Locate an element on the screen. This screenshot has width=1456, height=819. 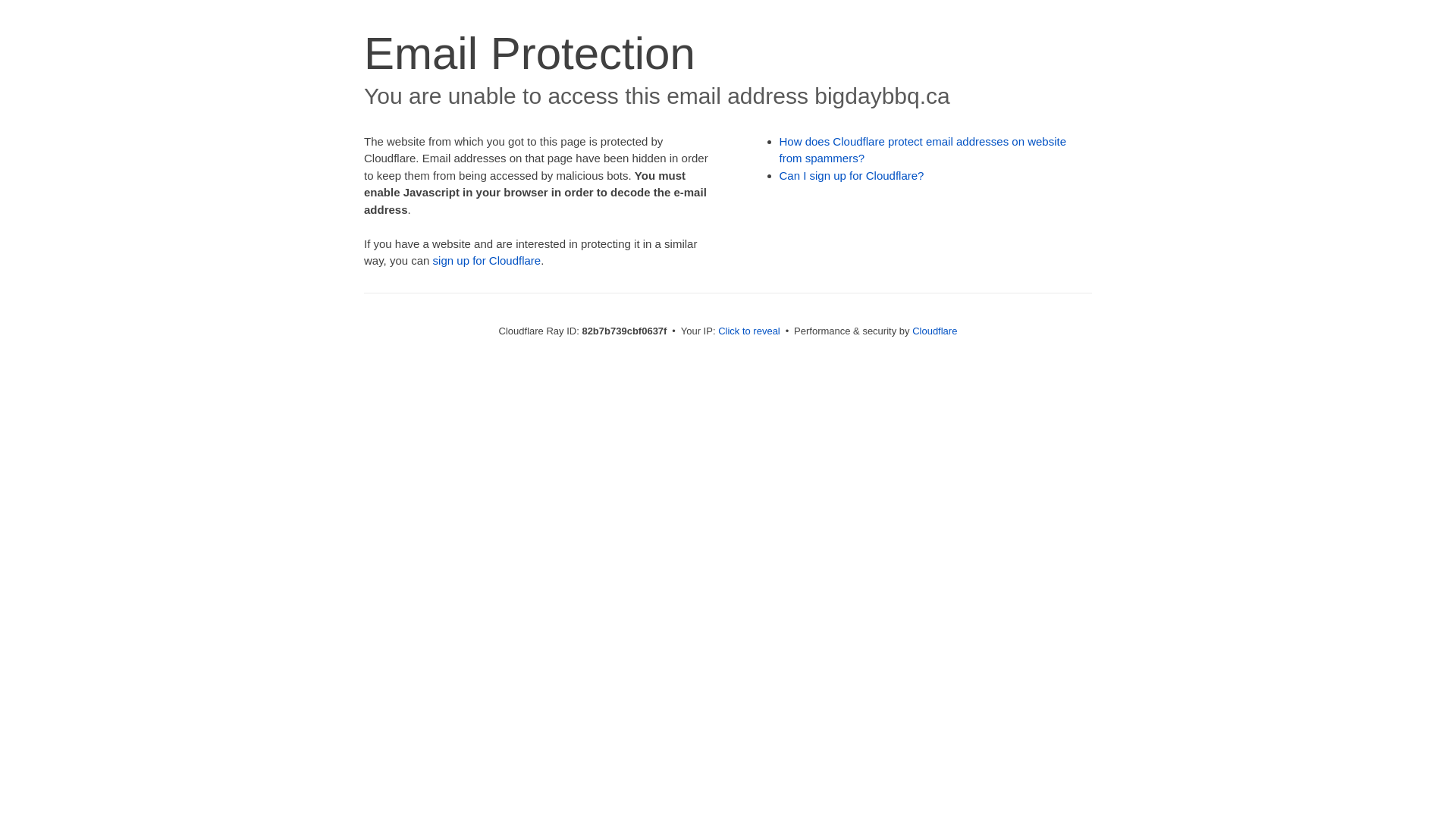
'Cloudflare' is located at coordinates (934, 330).